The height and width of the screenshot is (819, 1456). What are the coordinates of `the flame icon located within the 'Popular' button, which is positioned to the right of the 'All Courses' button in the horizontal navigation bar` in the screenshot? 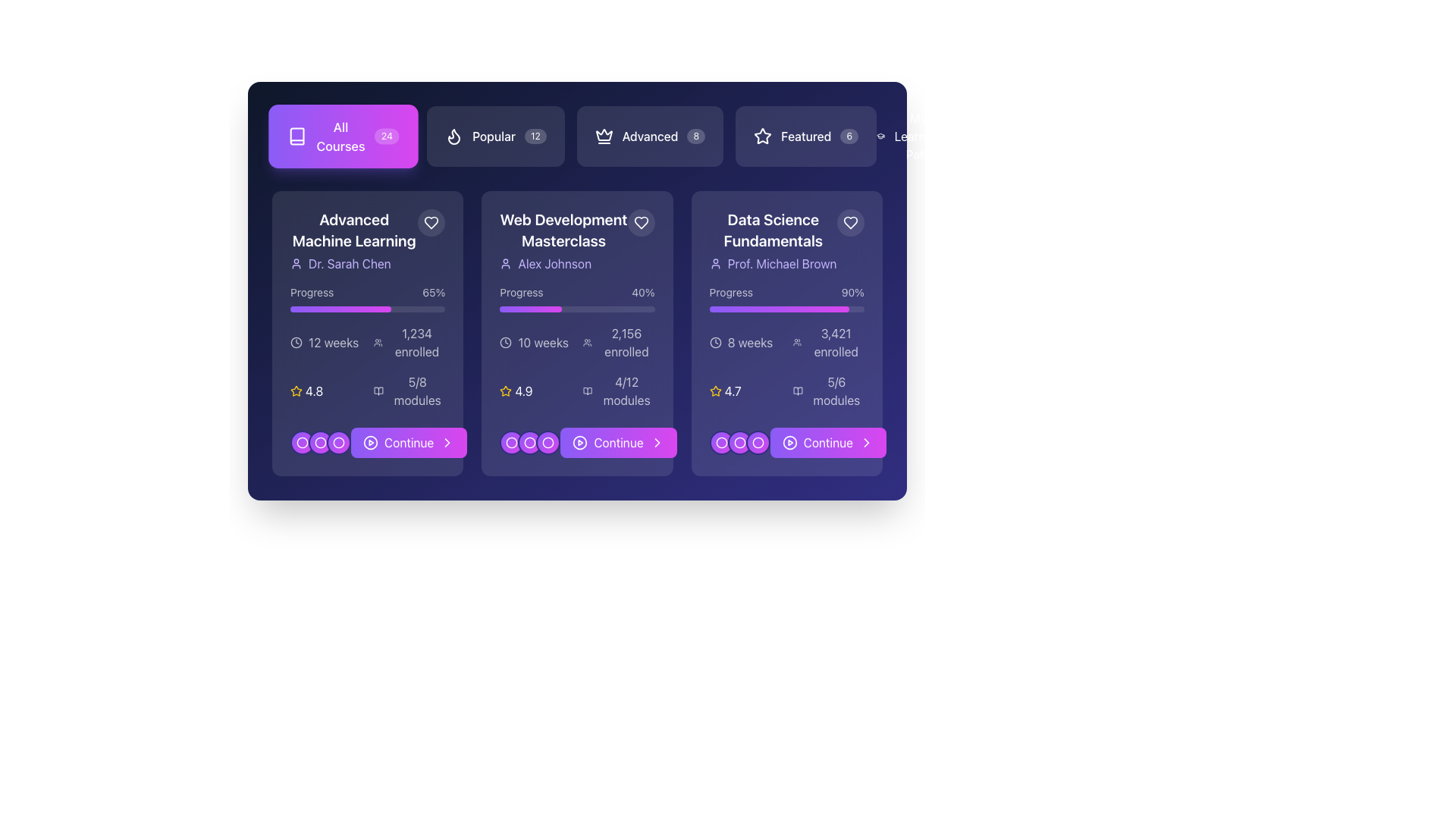 It's located at (453, 136).